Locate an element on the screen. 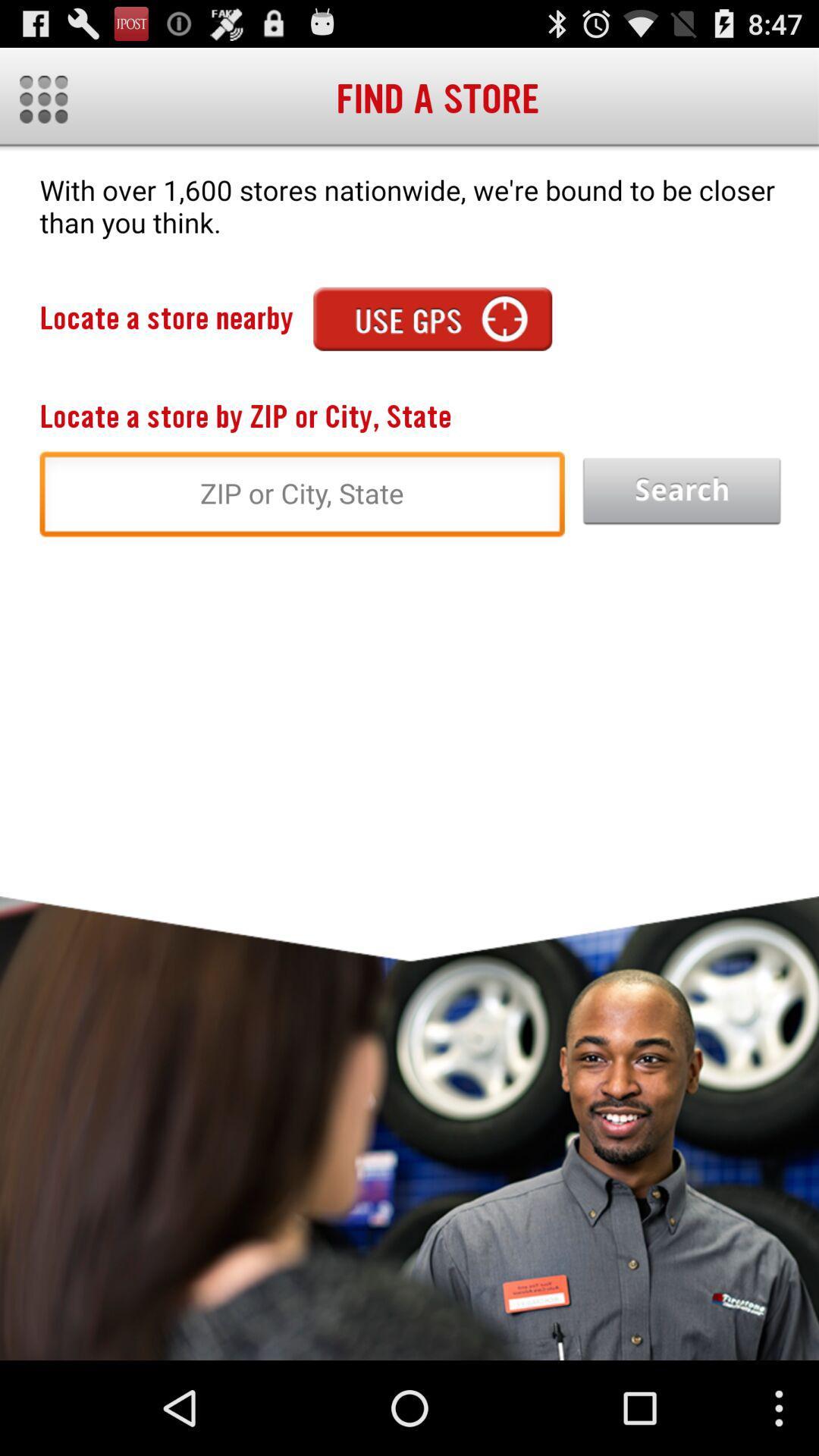  app above the locate a store icon is located at coordinates (432, 318).